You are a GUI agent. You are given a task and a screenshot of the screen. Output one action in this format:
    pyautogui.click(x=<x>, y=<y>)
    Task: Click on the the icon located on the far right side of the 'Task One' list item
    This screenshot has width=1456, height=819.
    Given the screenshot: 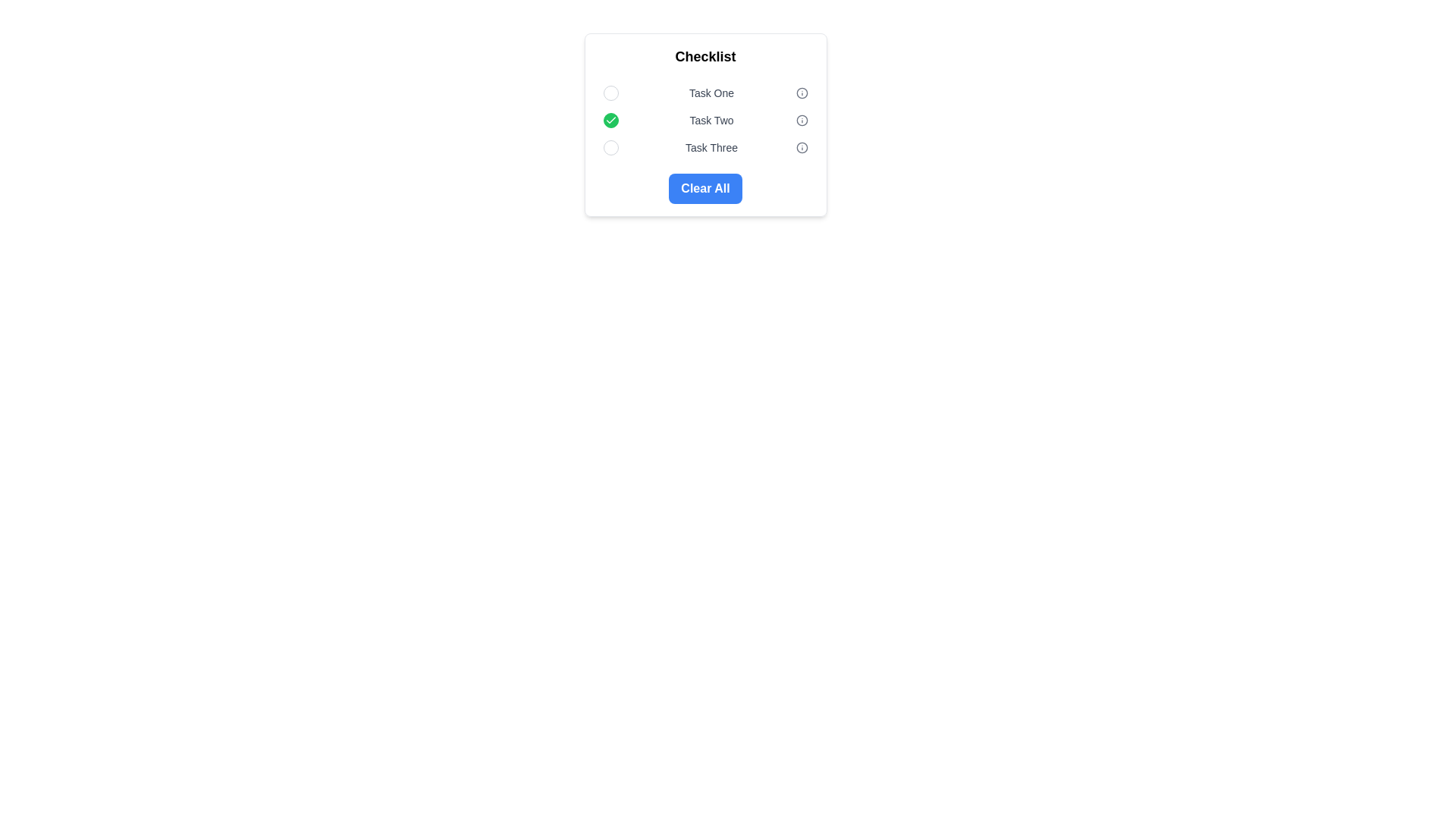 What is the action you would take?
    pyautogui.click(x=801, y=93)
    